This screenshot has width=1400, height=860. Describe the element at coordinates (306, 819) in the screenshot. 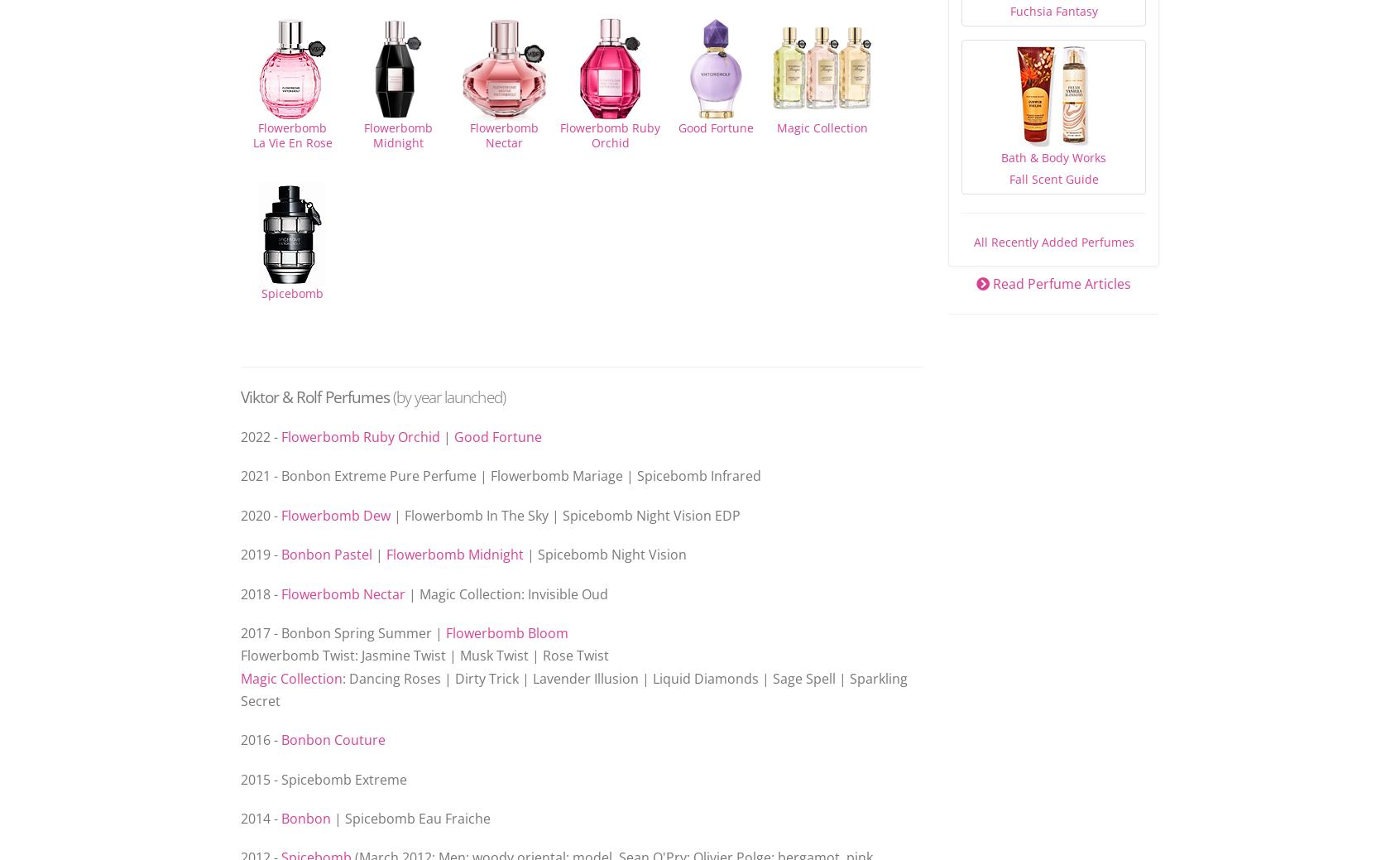

I see `'Bonbon'` at that location.